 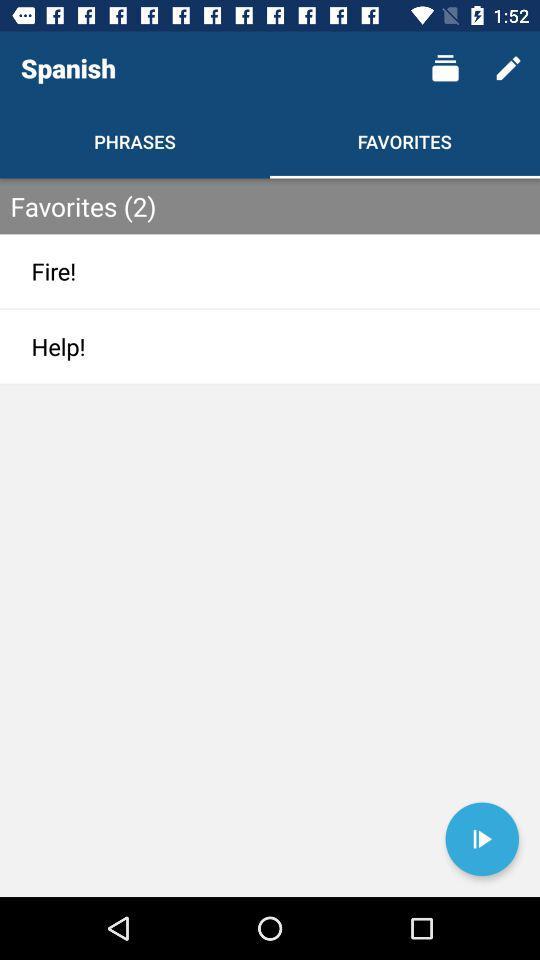 I want to click on the item next to the spanish icon, so click(x=445, y=68).